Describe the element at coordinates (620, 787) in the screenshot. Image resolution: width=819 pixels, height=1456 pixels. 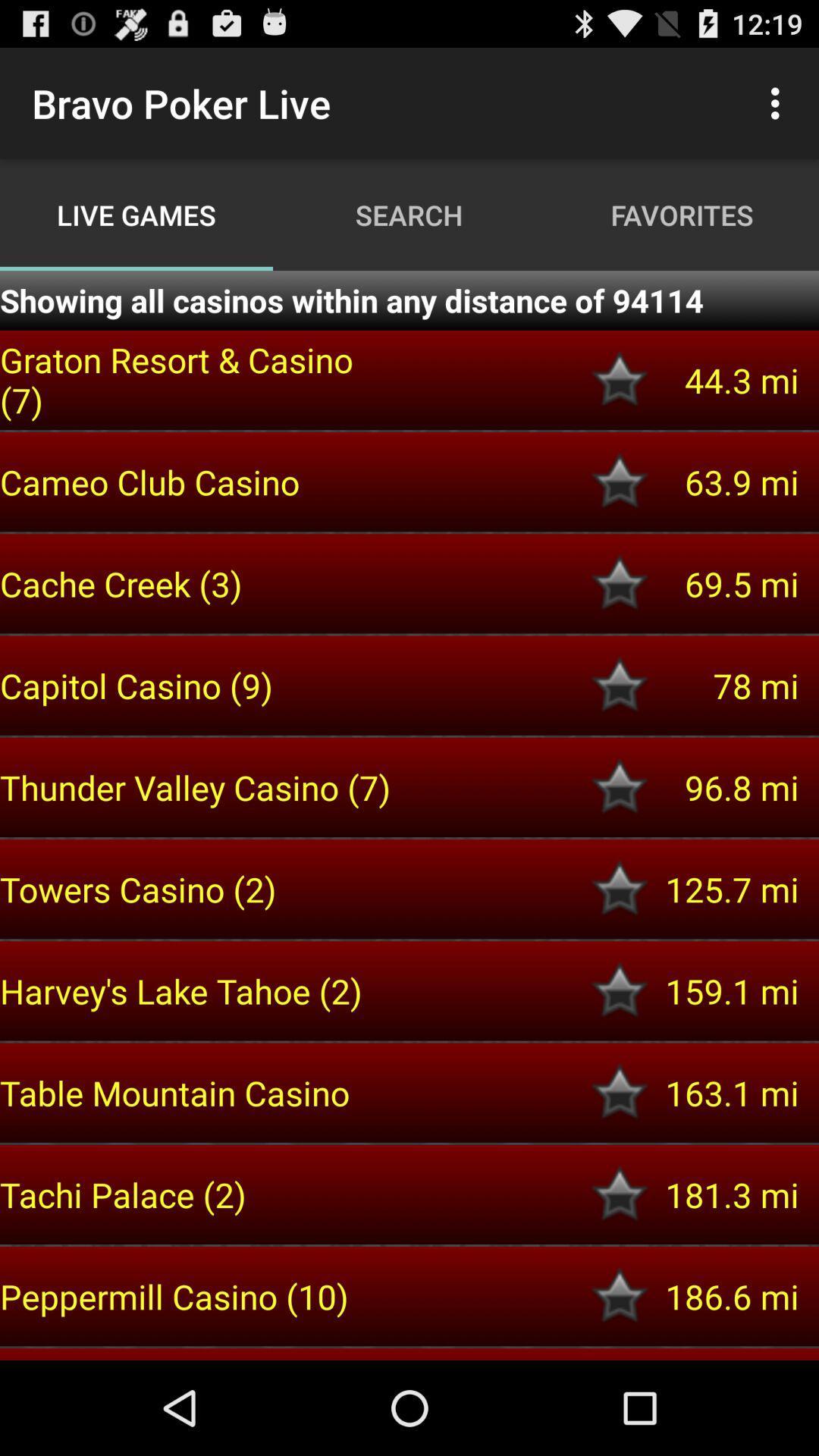
I see `choose it` at that location.